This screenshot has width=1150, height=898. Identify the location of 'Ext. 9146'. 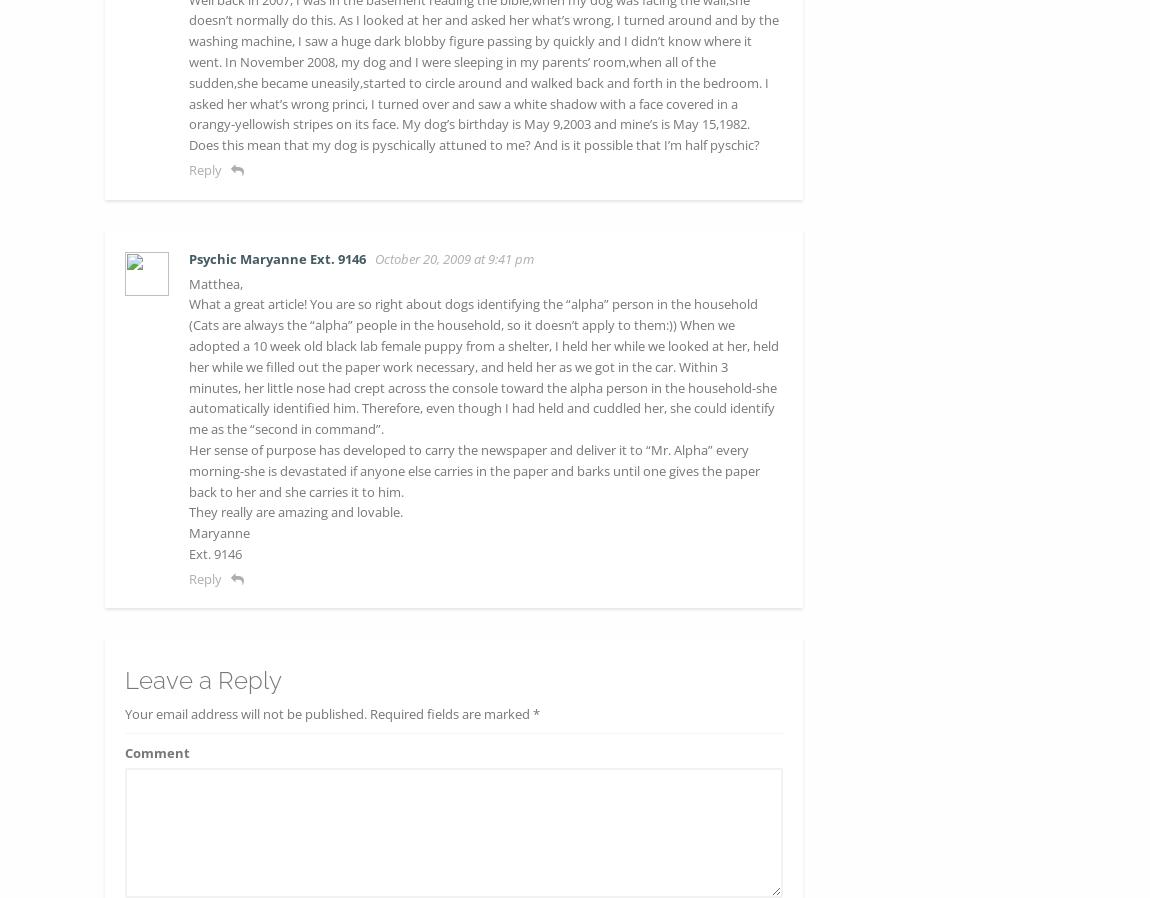
(187, 551).